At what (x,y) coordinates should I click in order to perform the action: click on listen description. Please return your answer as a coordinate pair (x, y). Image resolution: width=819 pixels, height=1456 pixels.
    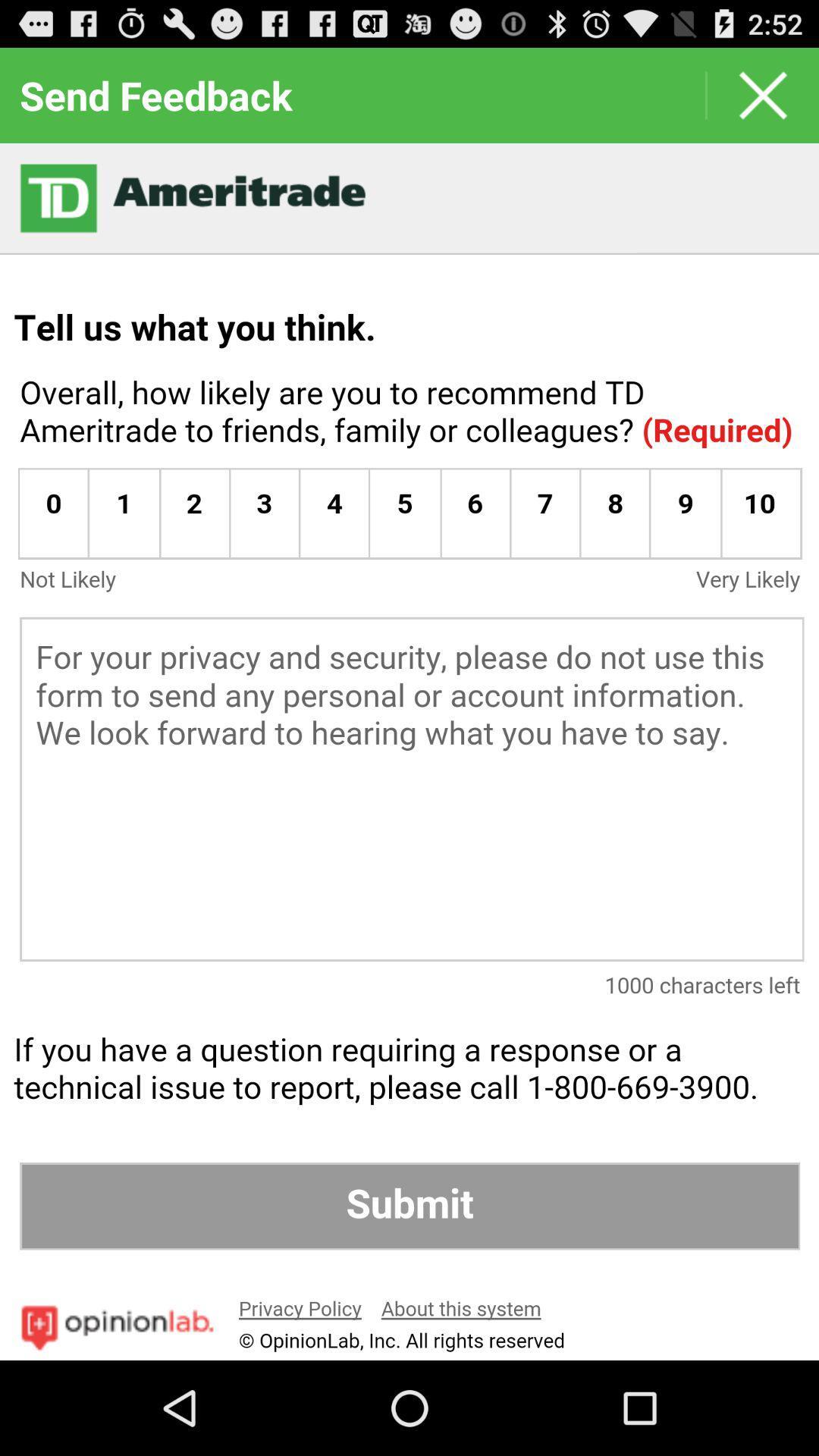
    Looking at the image, I should click on (409, 752).